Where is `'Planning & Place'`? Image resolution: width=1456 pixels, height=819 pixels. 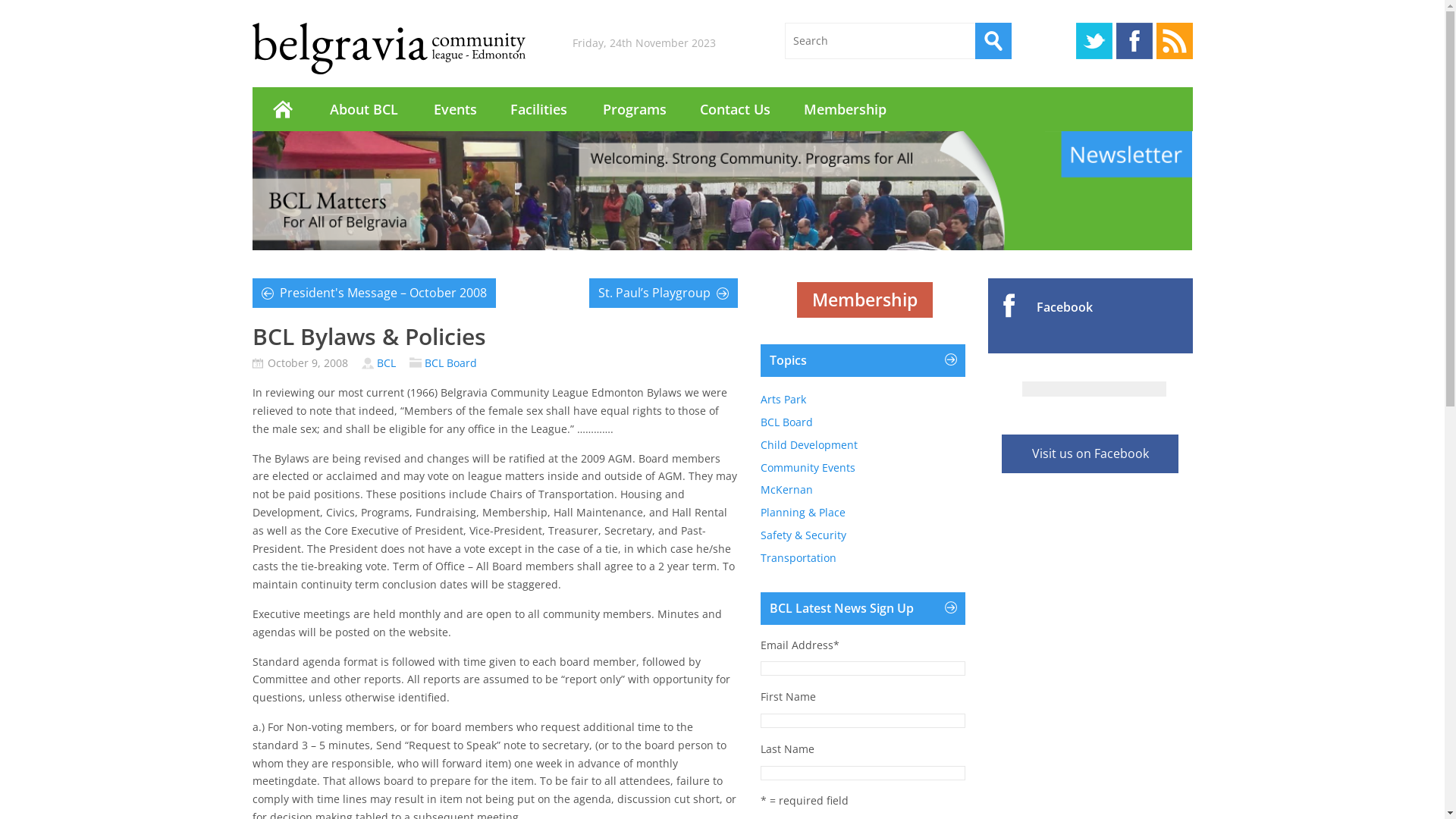
'Planning & Place' is located at coordinates (801, 512).